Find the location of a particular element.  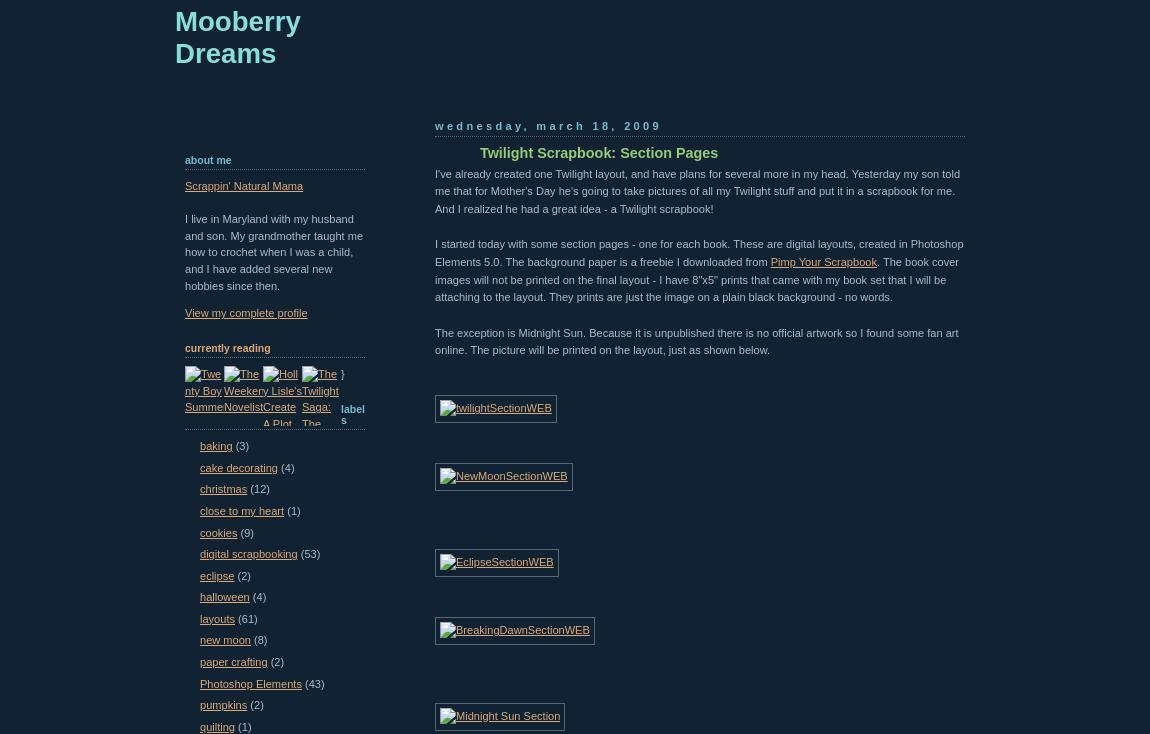

'new moon' is located at coordinates (224, 638).